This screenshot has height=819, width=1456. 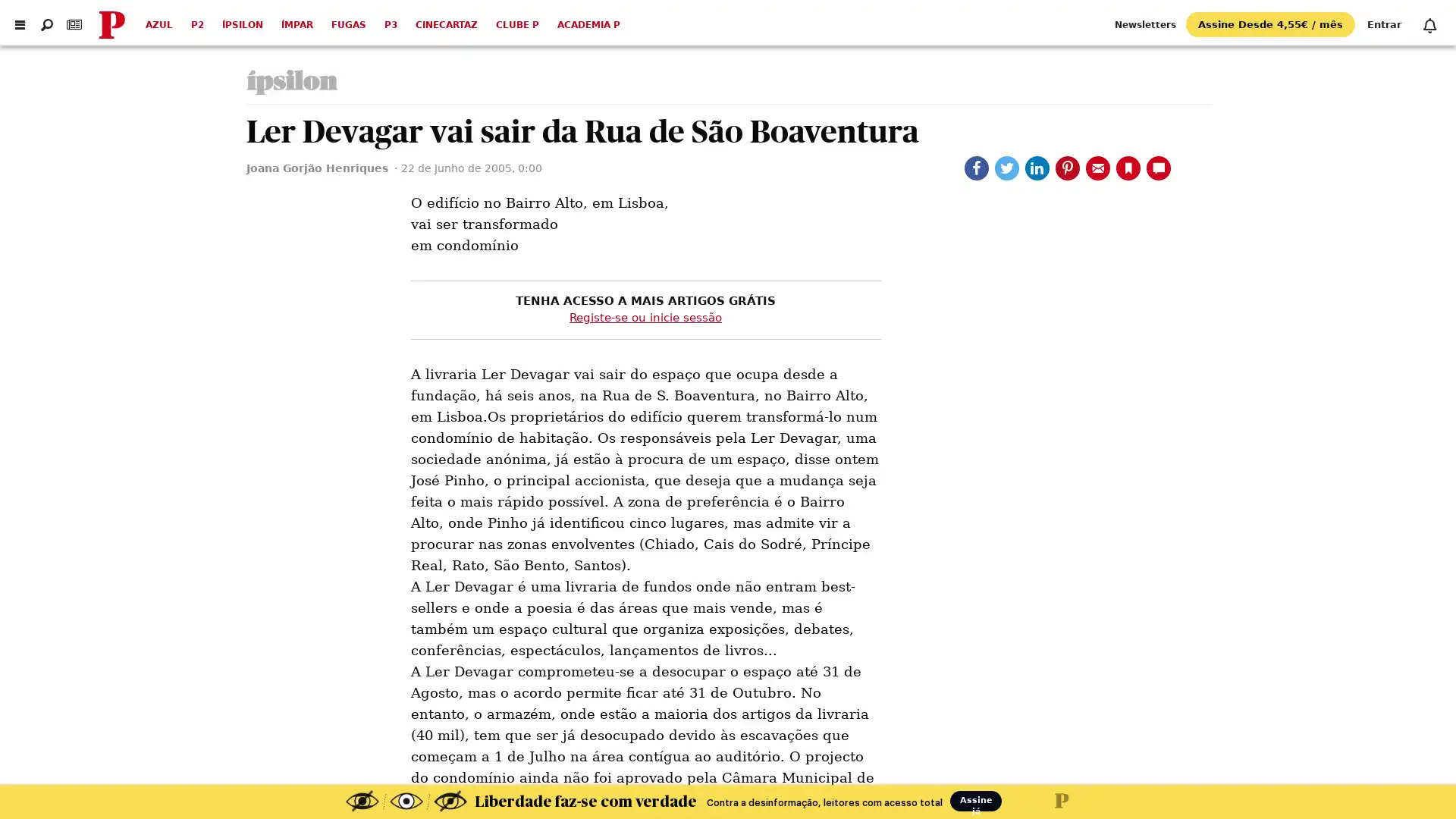 I want to click on Abrir menu, so click(x=19, y=24).